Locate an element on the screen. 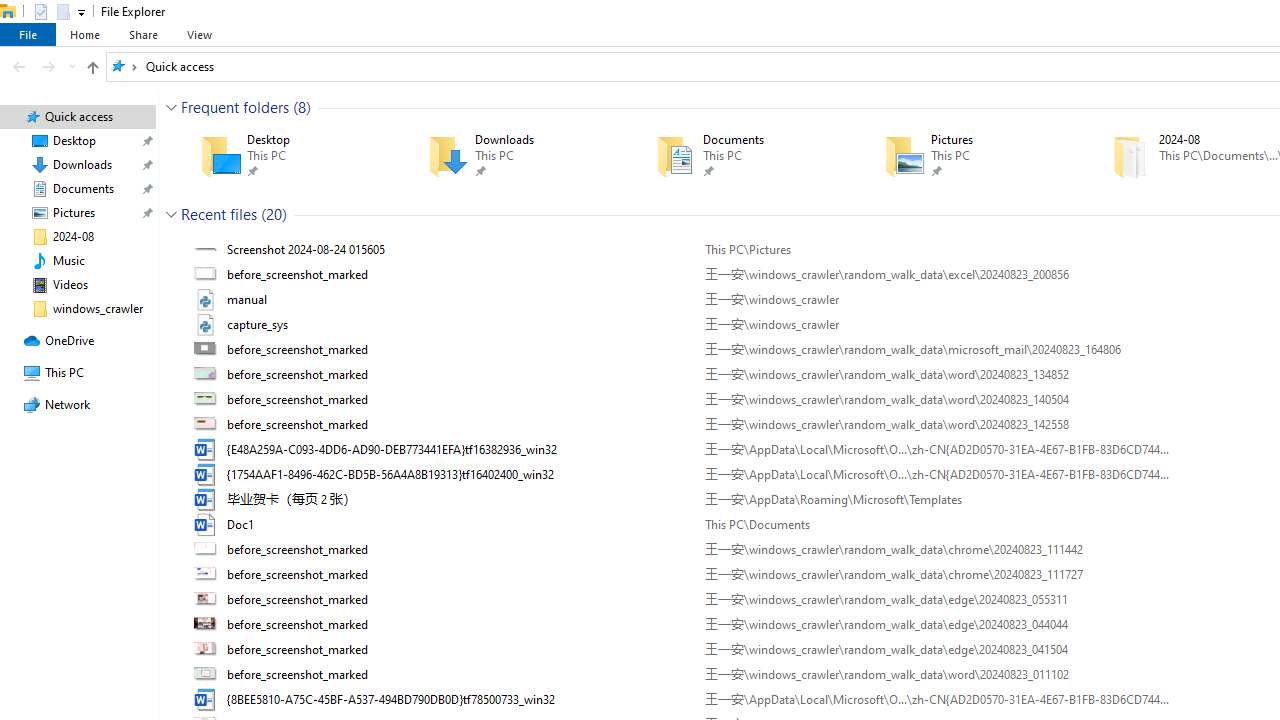  'Home' is located at coordinates (84, 34).